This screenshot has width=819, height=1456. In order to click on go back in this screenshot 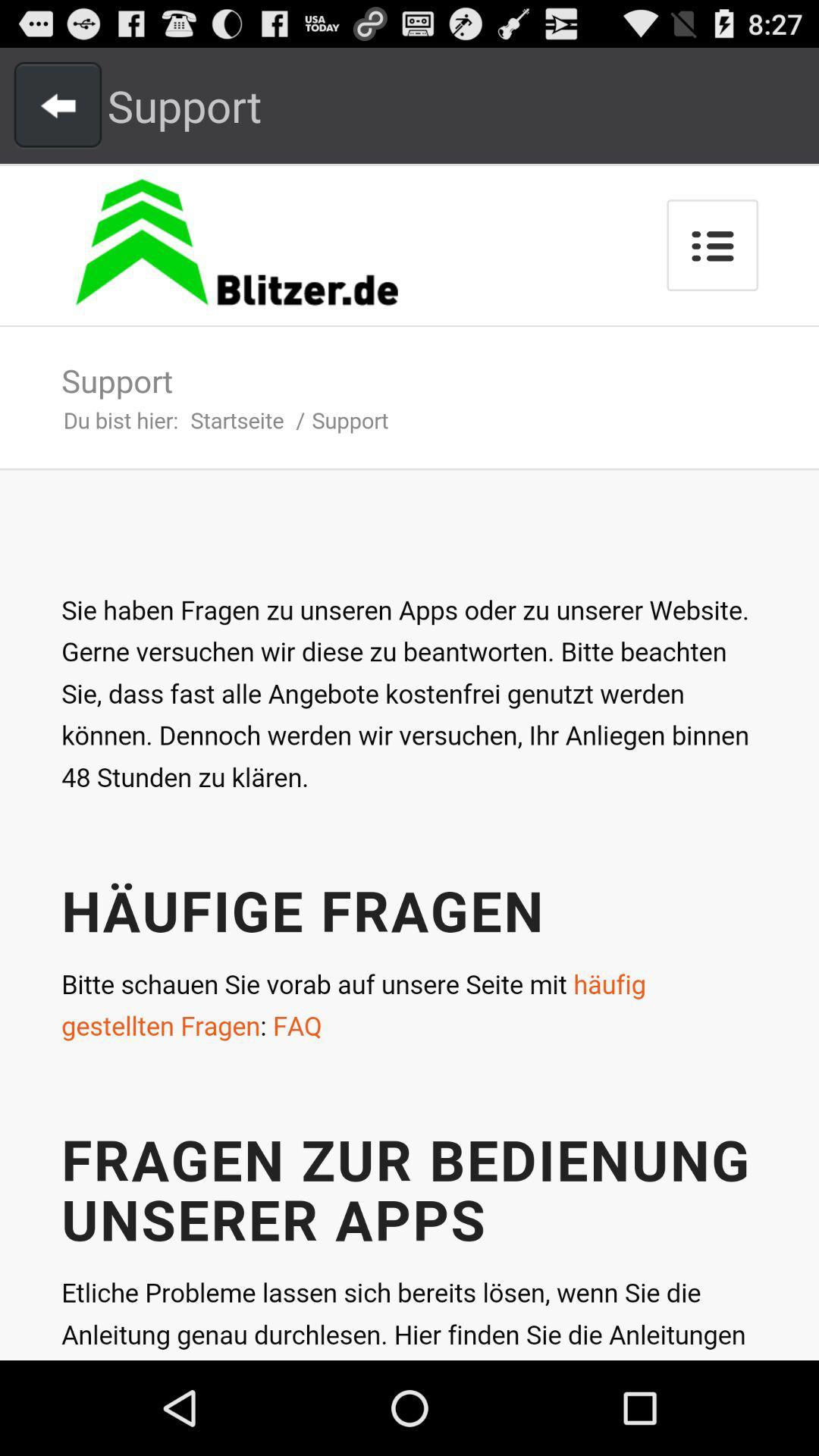, I will do `click(57, 105)`.